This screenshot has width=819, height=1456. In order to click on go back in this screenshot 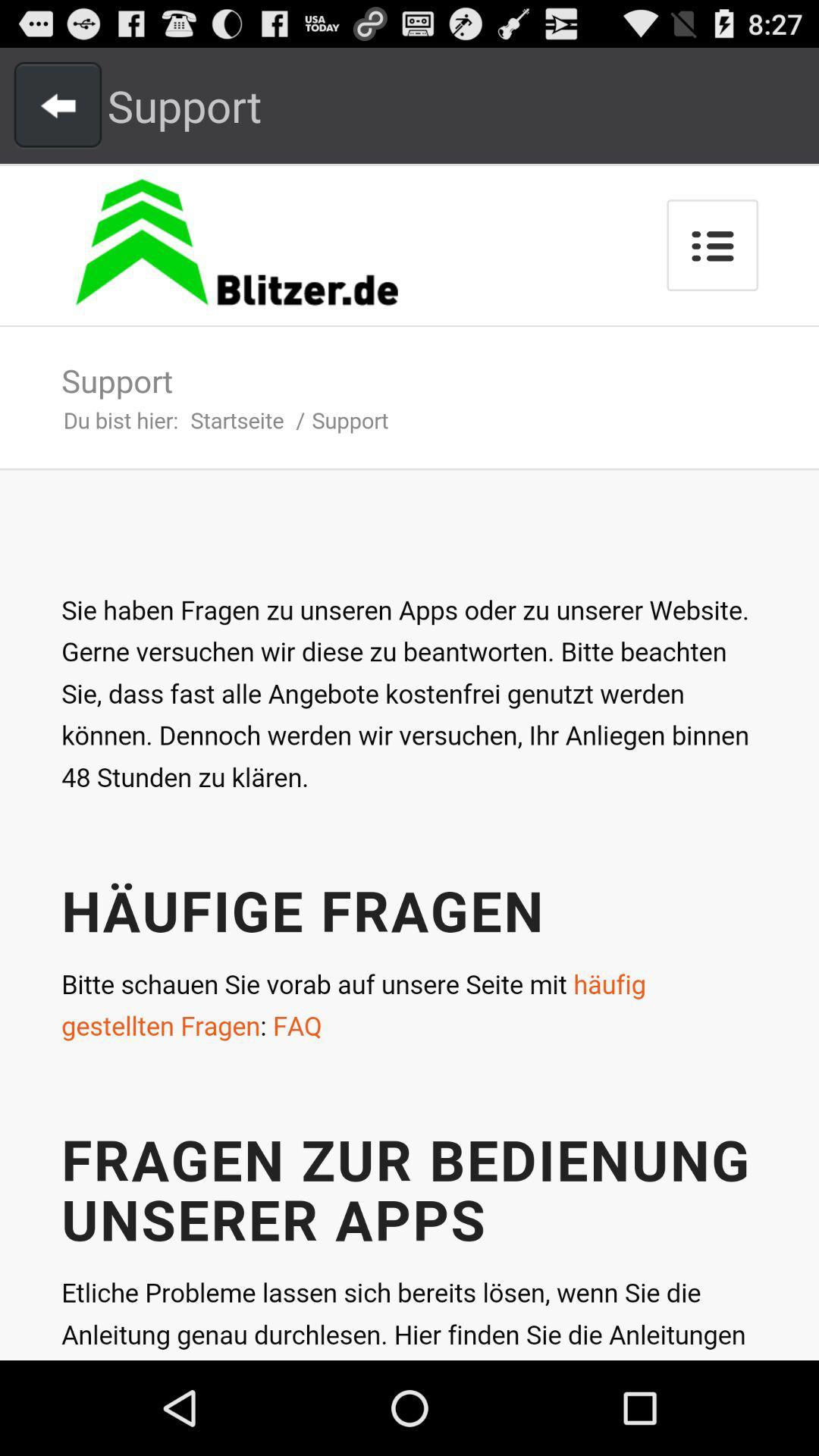, I will do `click(57, 105)`.